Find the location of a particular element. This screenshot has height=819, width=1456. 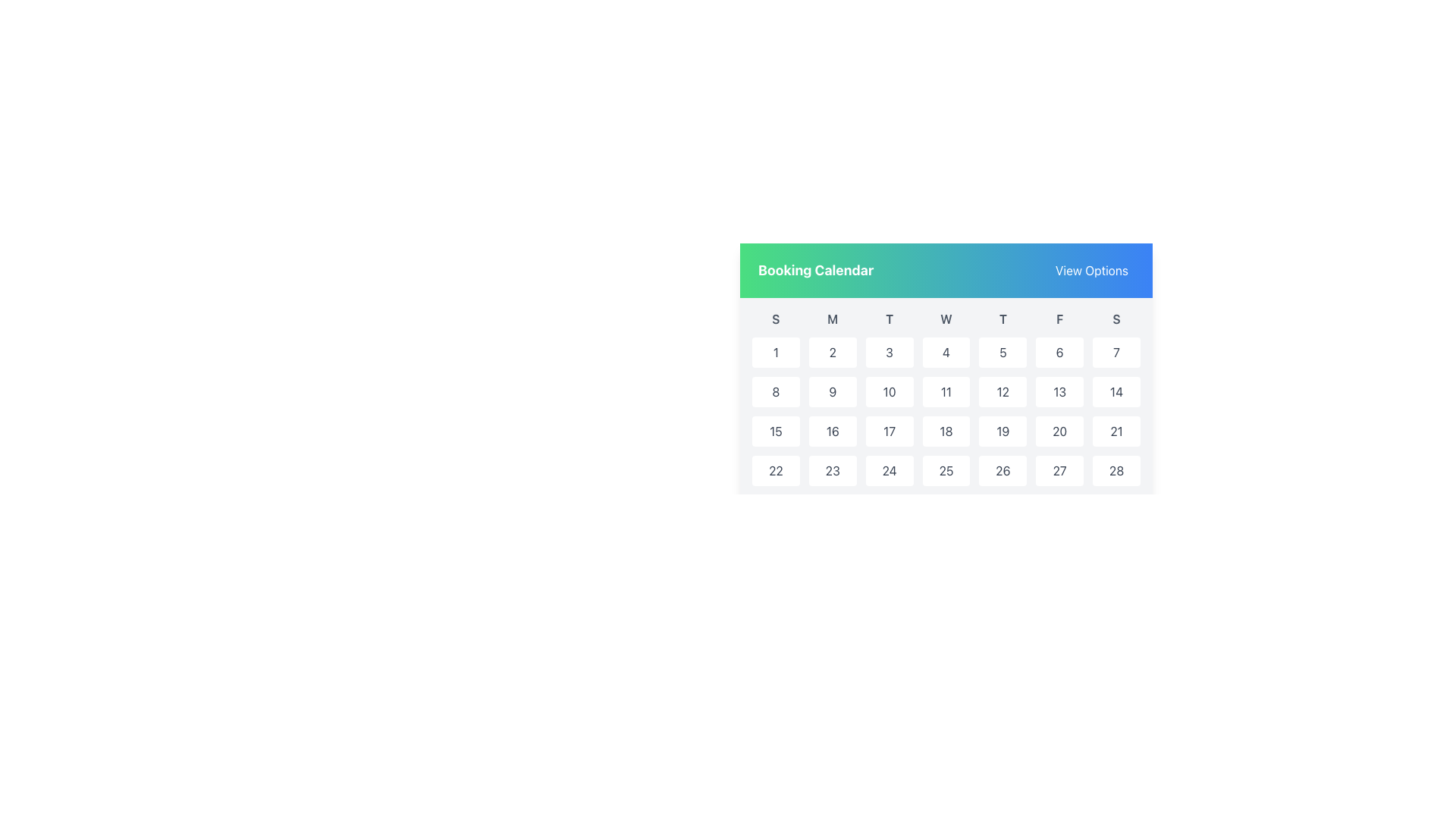

the calendar cell displaying the number '22', which is located in the fourth row and first column of the calendar grid is located at coordinates (776, 470).